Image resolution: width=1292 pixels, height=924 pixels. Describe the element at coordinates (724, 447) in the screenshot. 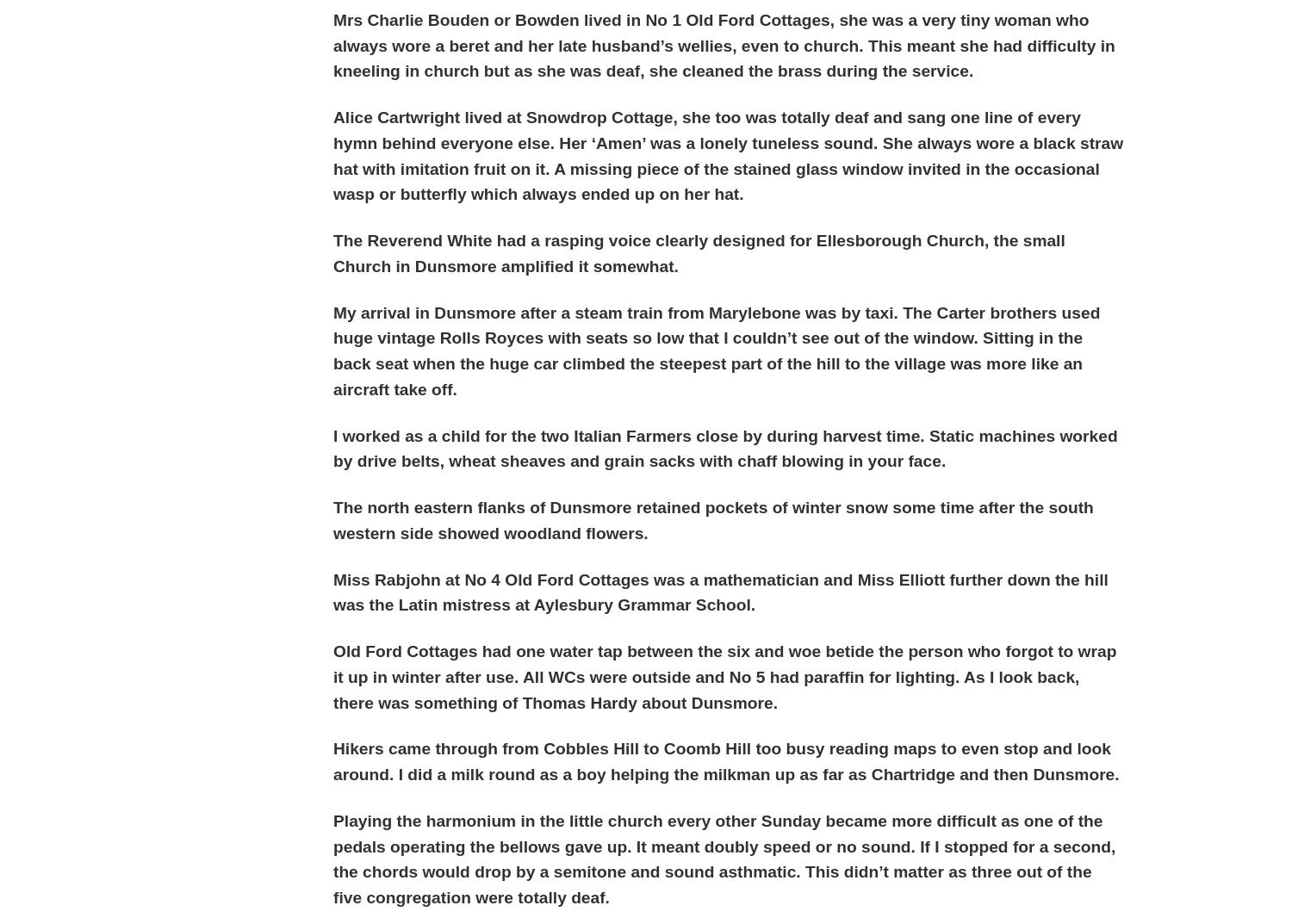

I see `'I worked as a child for the two Italian Farmers close by during harvest time. Static machines worked by drive belts, wheat sheaves and grain sacks with chaff blowing in your face.'` at that location.